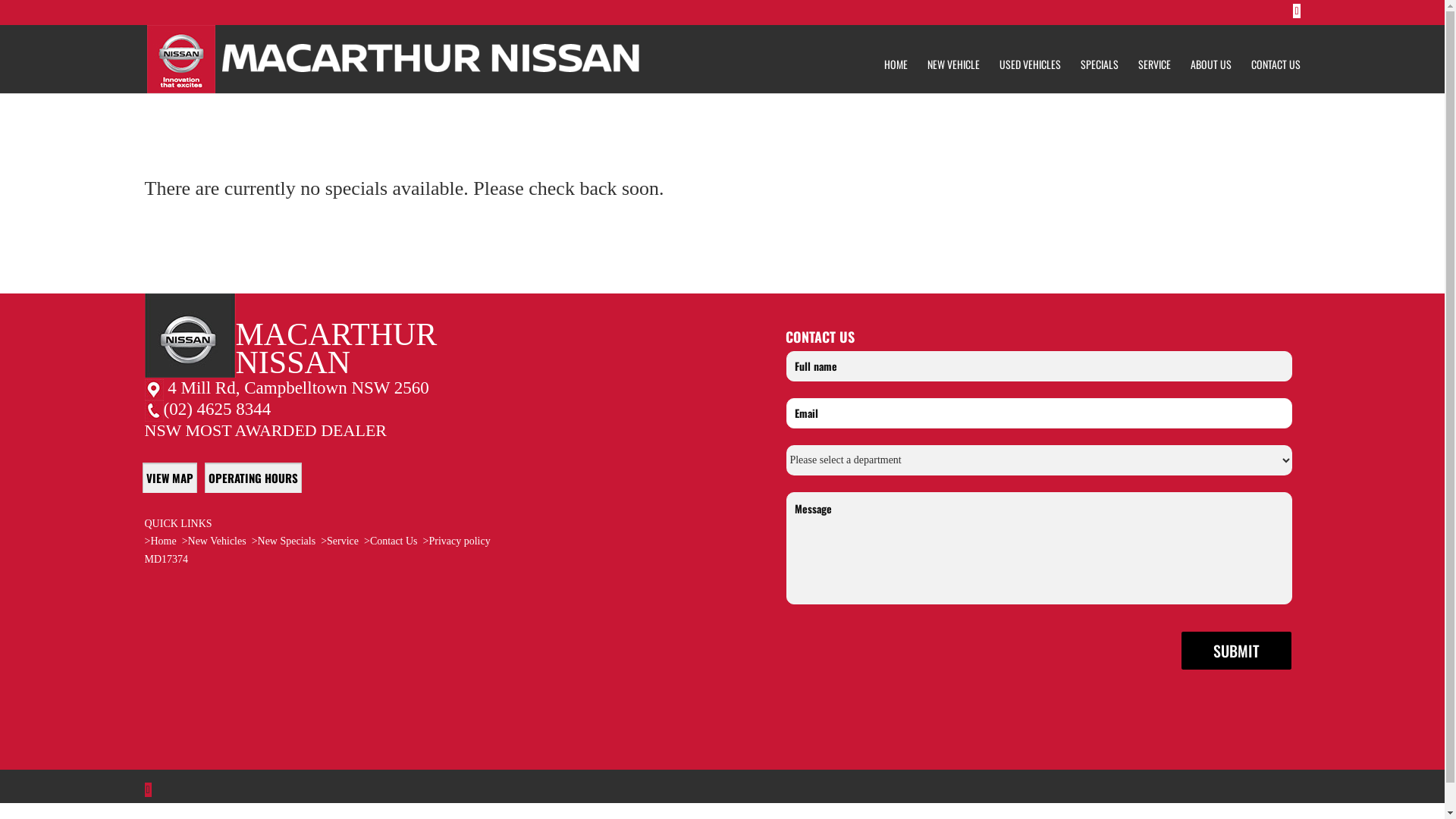 This screenshot has height=819, width=1456. Describe the element at coordinates (1236, 649) in the screenshot. I see `'Submit'` at that location.